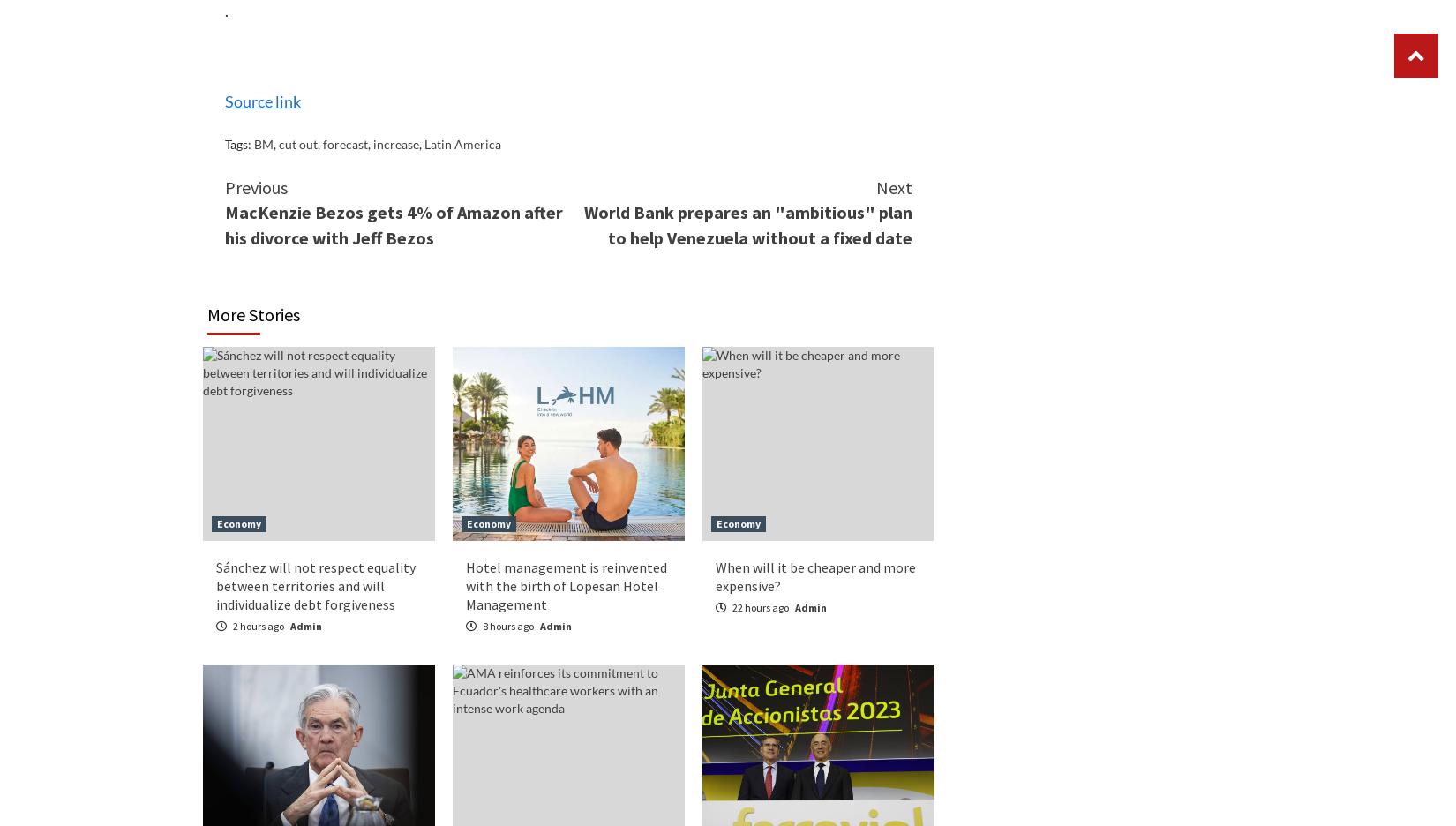 This screenshot has width=1456, height=826. Describe the element at coordinates (227, 9) in the screenshot. I see `'.'` at that location.